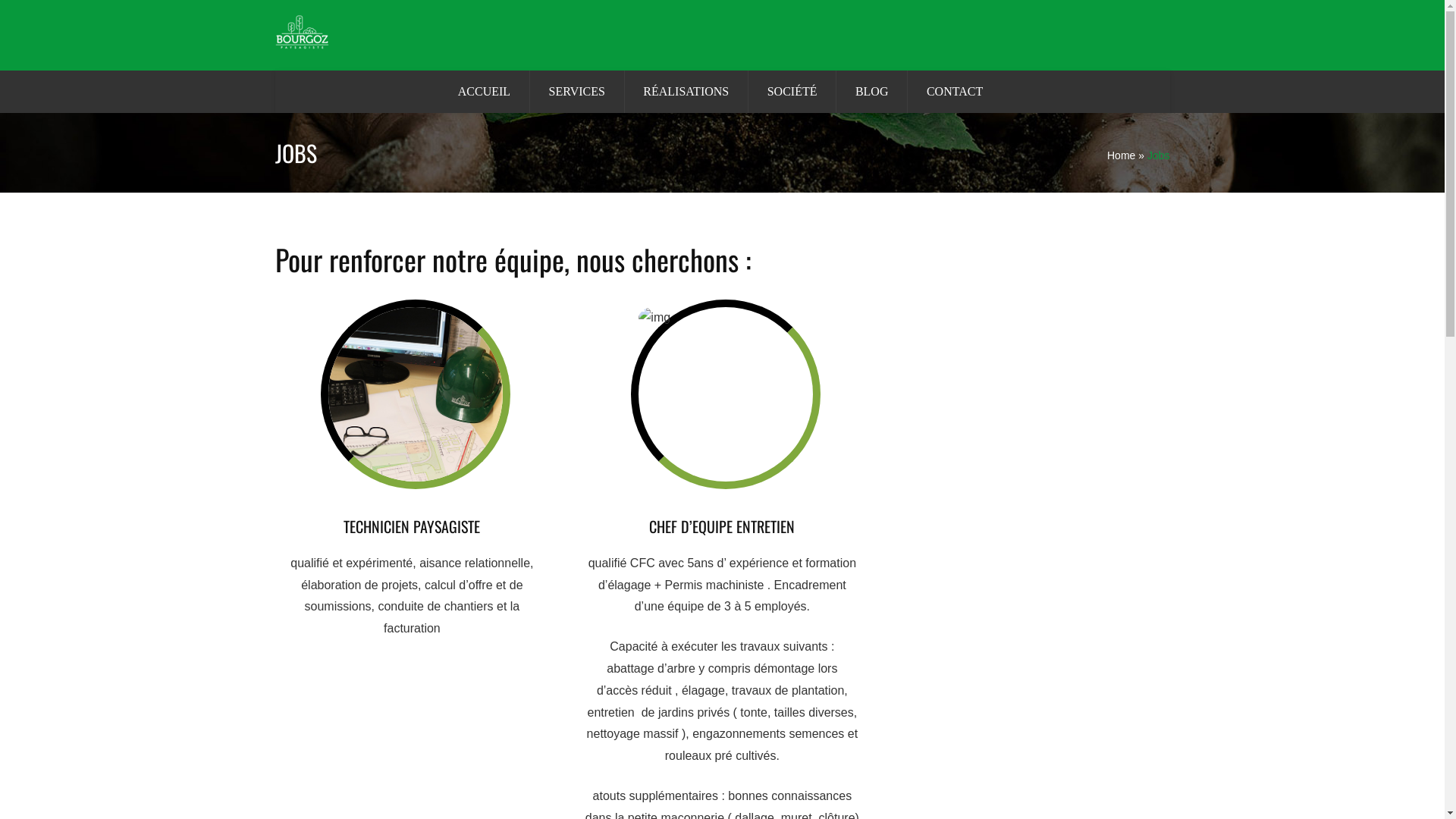 Image resolution: width=1456 pixels, height=819 pixels. I want to click on 'SERVICES', so click(576, 86).